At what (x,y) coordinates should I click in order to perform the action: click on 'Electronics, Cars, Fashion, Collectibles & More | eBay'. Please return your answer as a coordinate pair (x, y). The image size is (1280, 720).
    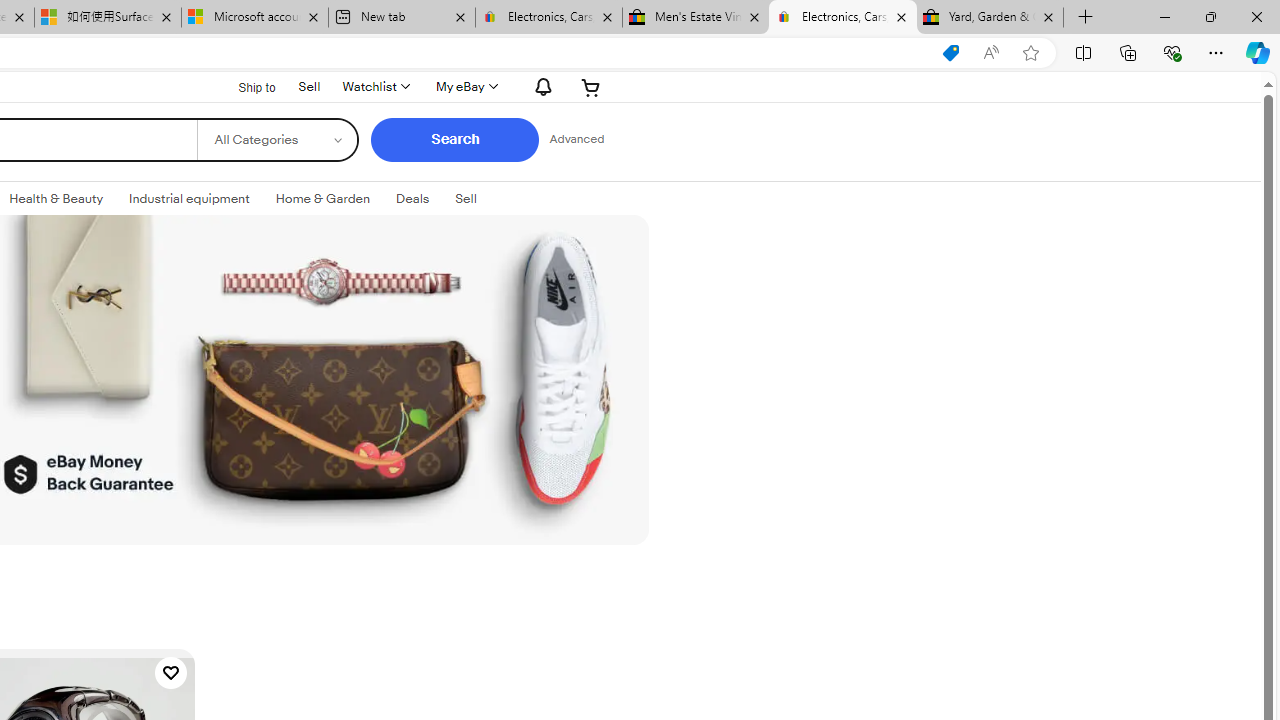
    Looking at the image, I should click on (843, 17).